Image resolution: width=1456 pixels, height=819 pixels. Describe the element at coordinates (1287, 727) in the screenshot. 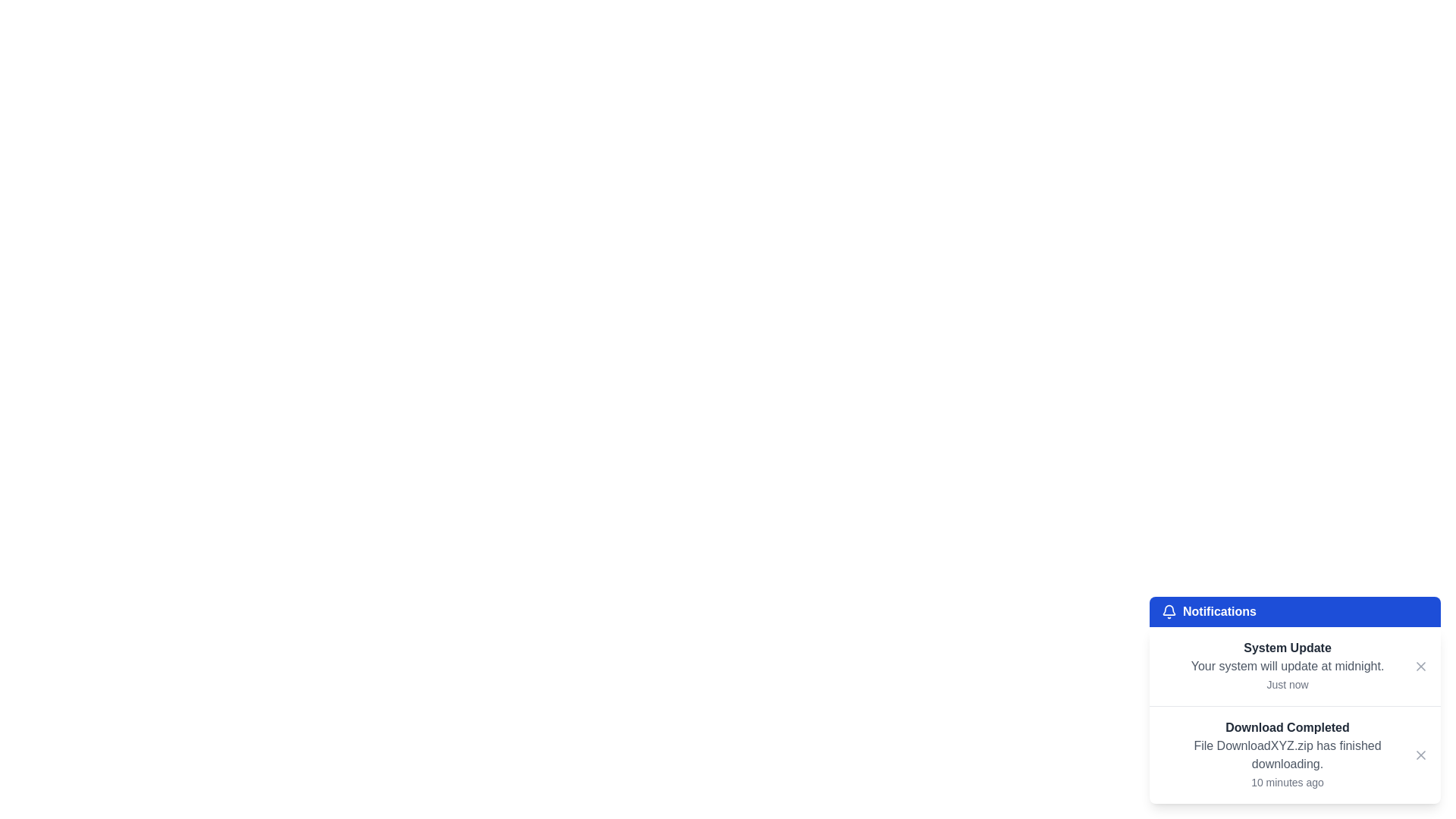

I see `the bold text label displaying 'Download Completed' in dark gray, which indicates a completed file download` at that location.